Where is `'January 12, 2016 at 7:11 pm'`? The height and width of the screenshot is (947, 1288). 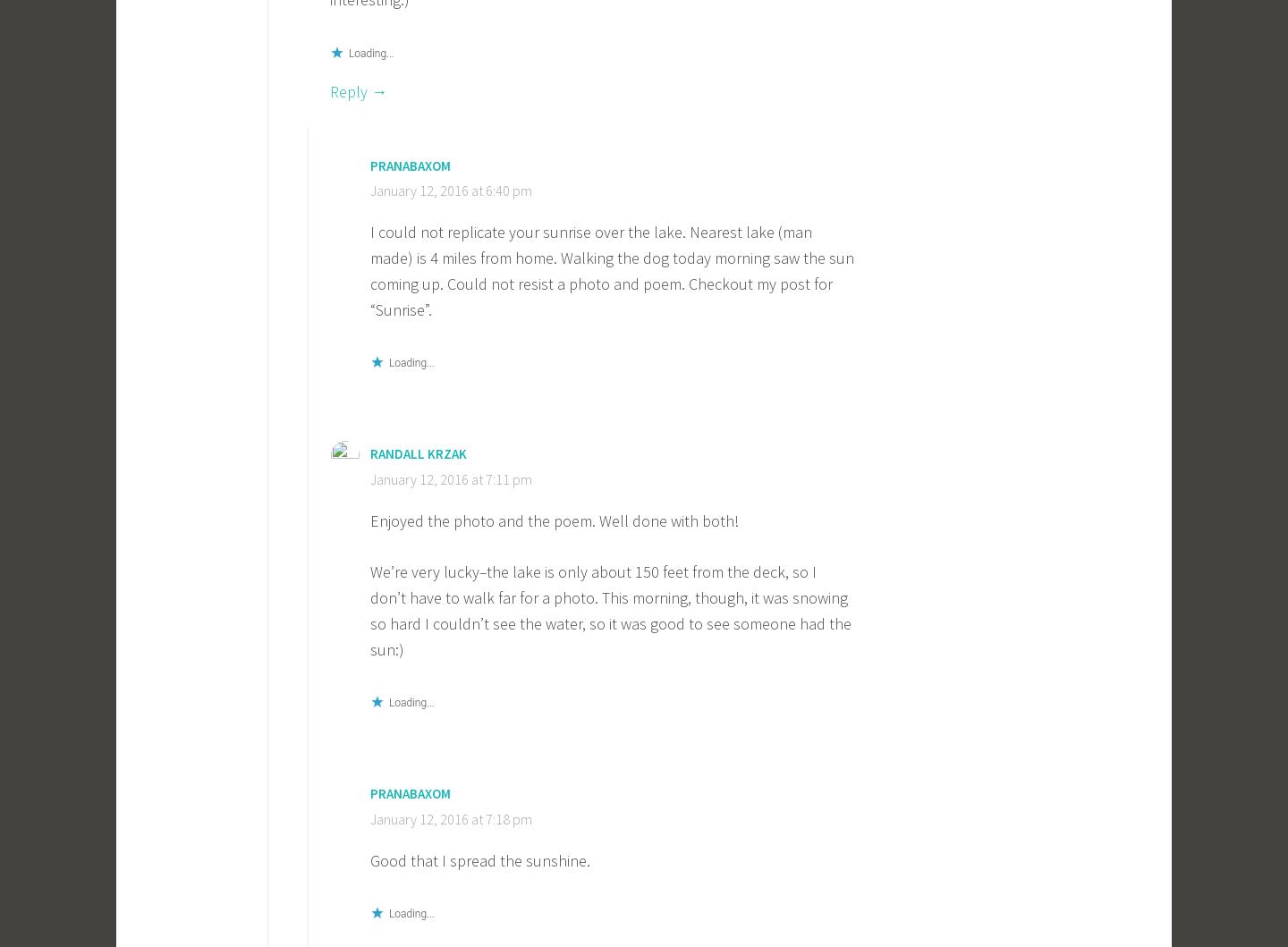
'January 12, 2016 at 7:11 pm' is located at coordinates (369, 478).